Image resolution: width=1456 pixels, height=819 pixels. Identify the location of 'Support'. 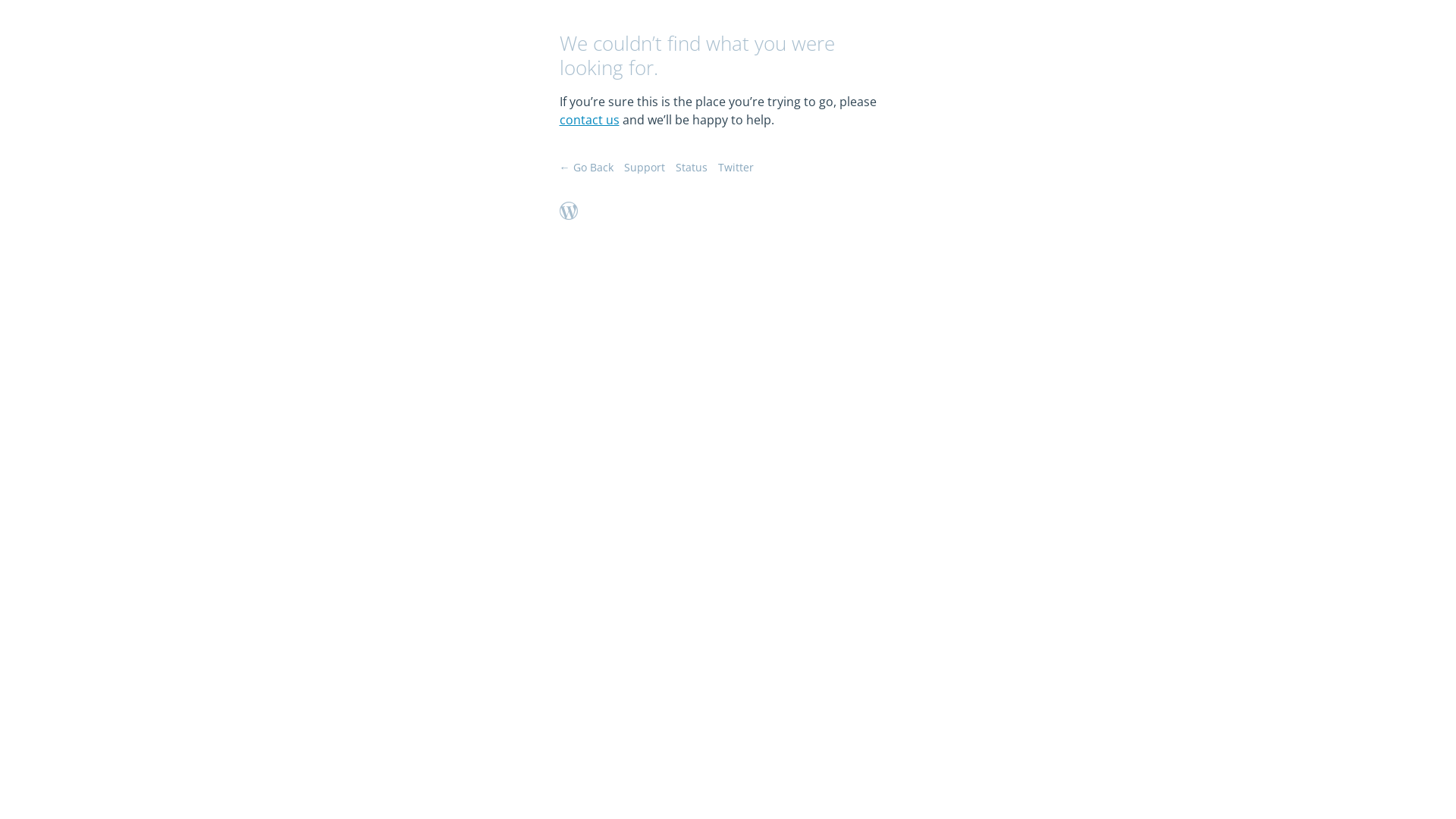
(623, 167).